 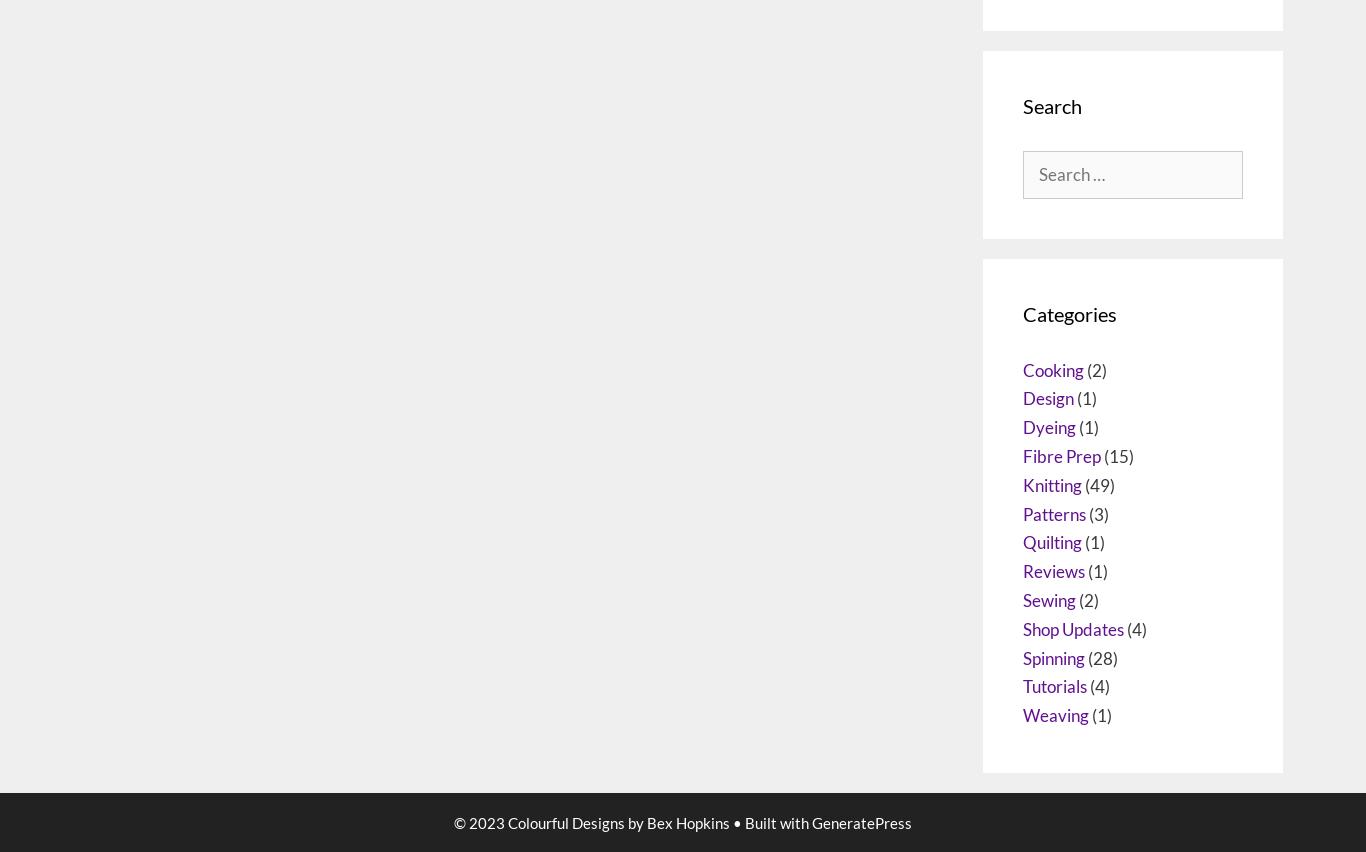 What do you see at coordinates (1047, 548) in the screenshot?
I see `'Design'` at bounding box center [1047, 548].